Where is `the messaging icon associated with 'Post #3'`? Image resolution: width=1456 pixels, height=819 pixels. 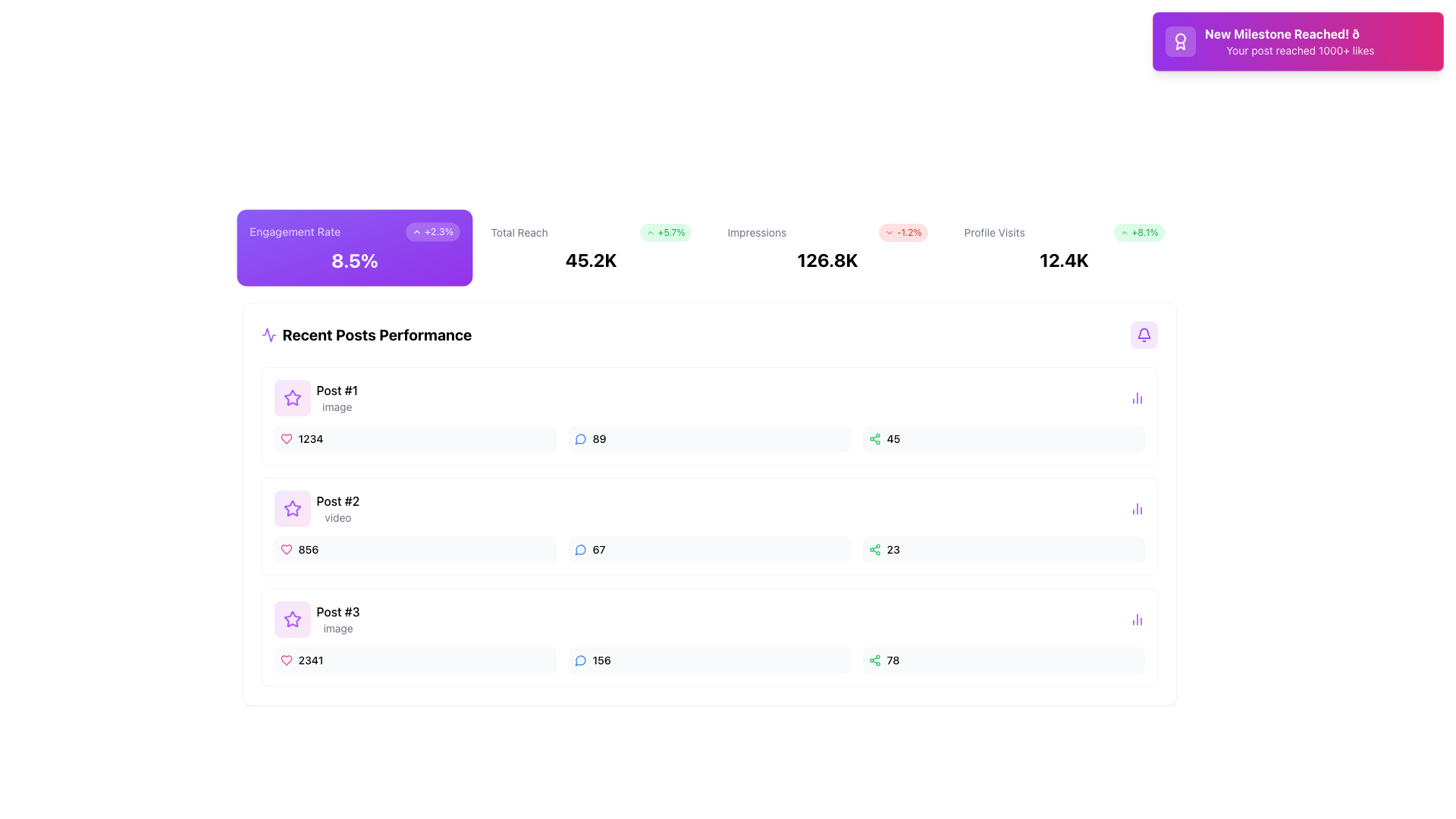
the messaging icon associated with 'Post #3' is located at coordinates (579, 660).